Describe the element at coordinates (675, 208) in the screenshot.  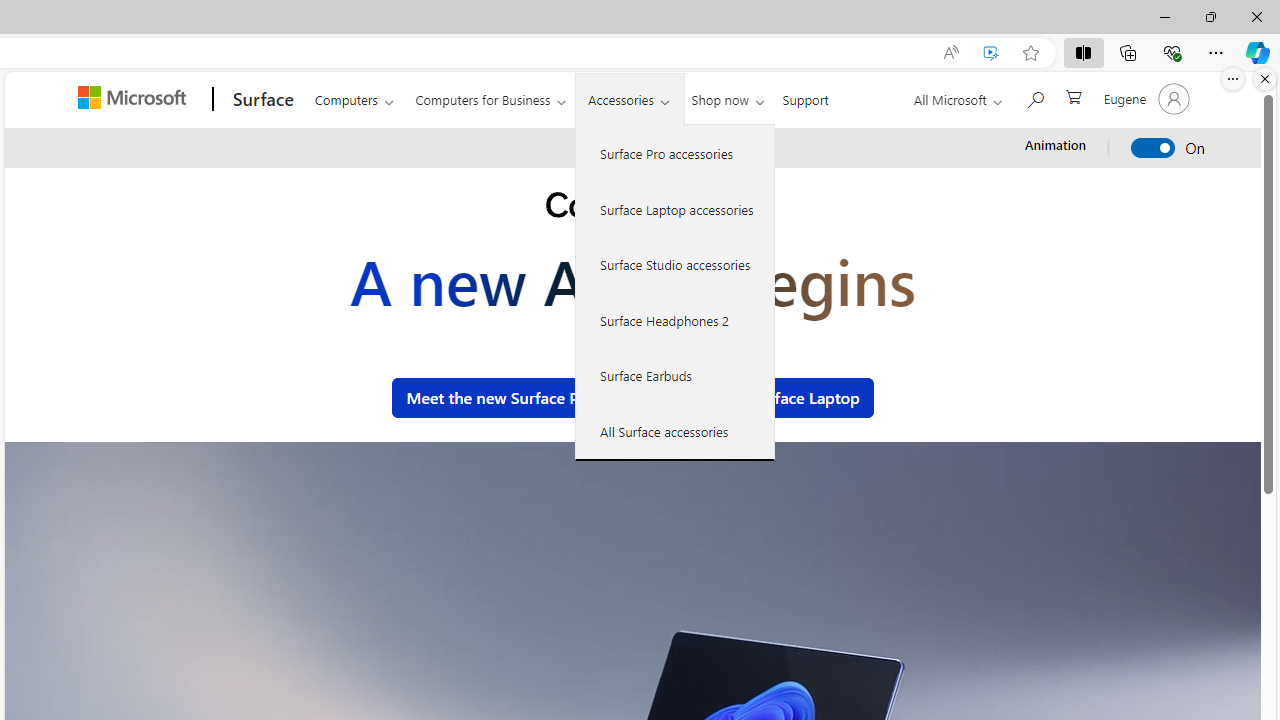
I see `'Surface Laptop accessories'` at that location.